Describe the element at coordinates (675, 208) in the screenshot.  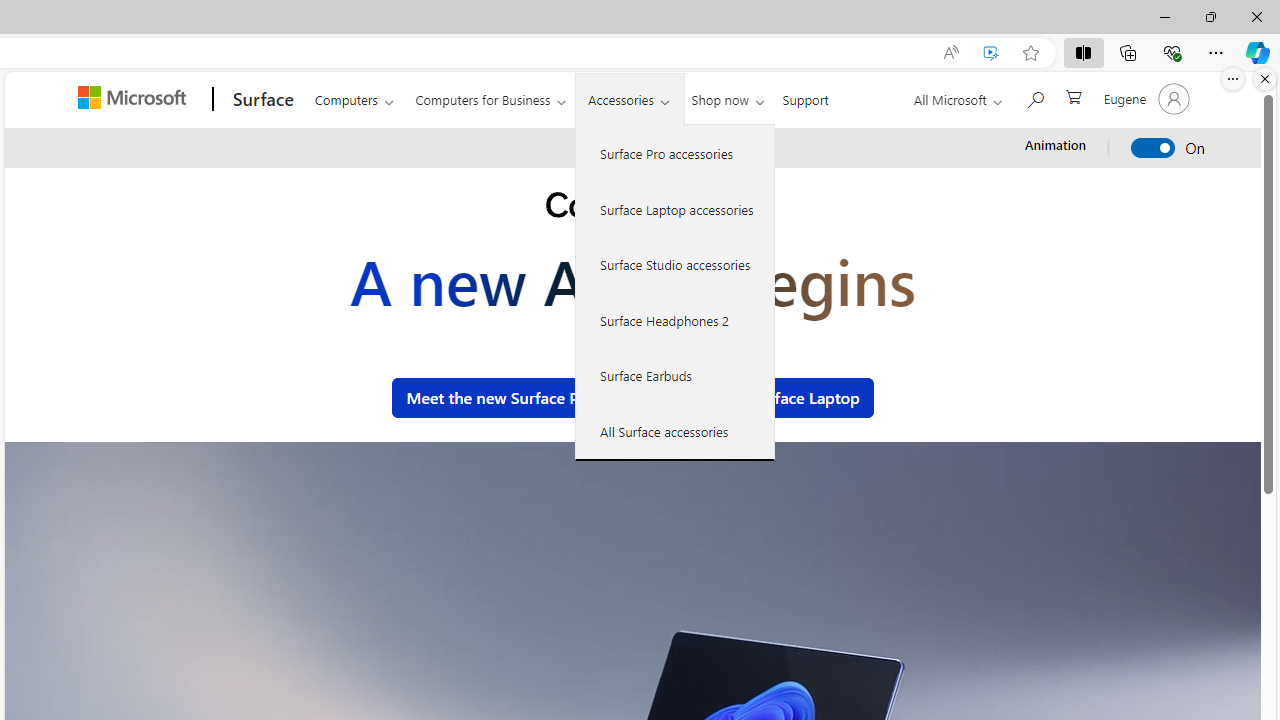
I see `'Surface Laptop accessories'` at that location.